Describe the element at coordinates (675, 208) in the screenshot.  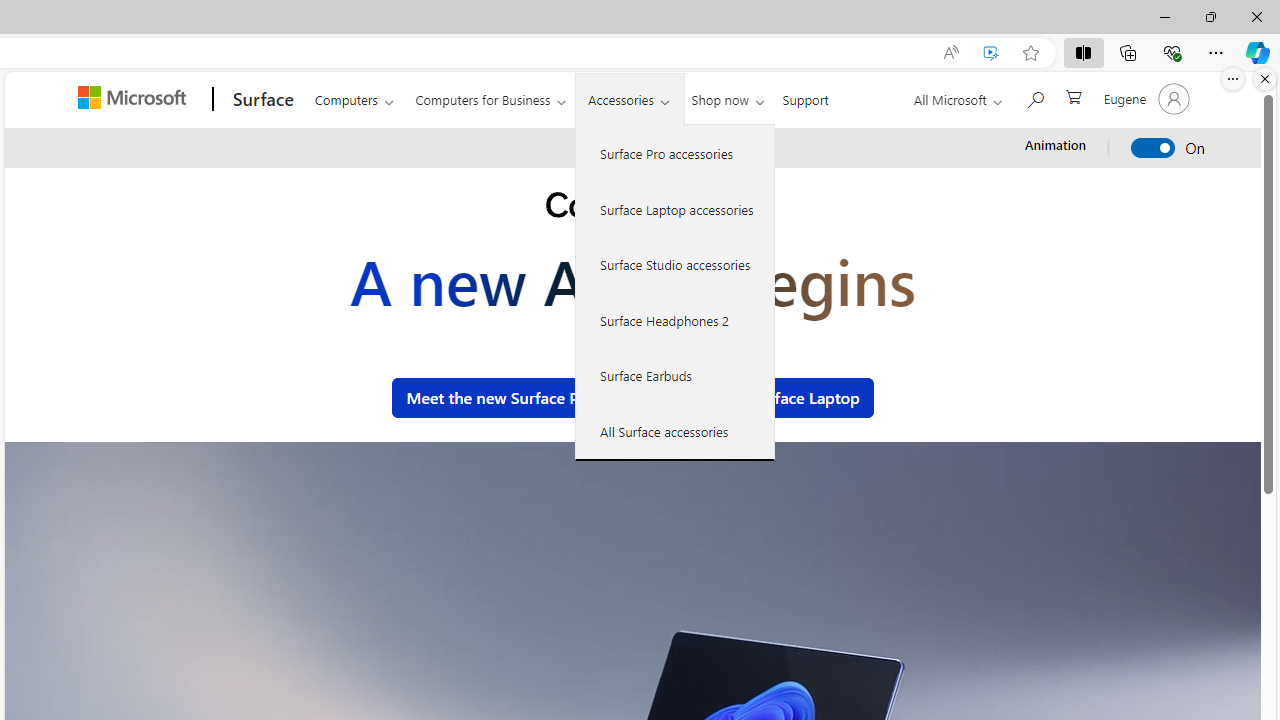
I see `'Surface Laptop accessories'` at that location.